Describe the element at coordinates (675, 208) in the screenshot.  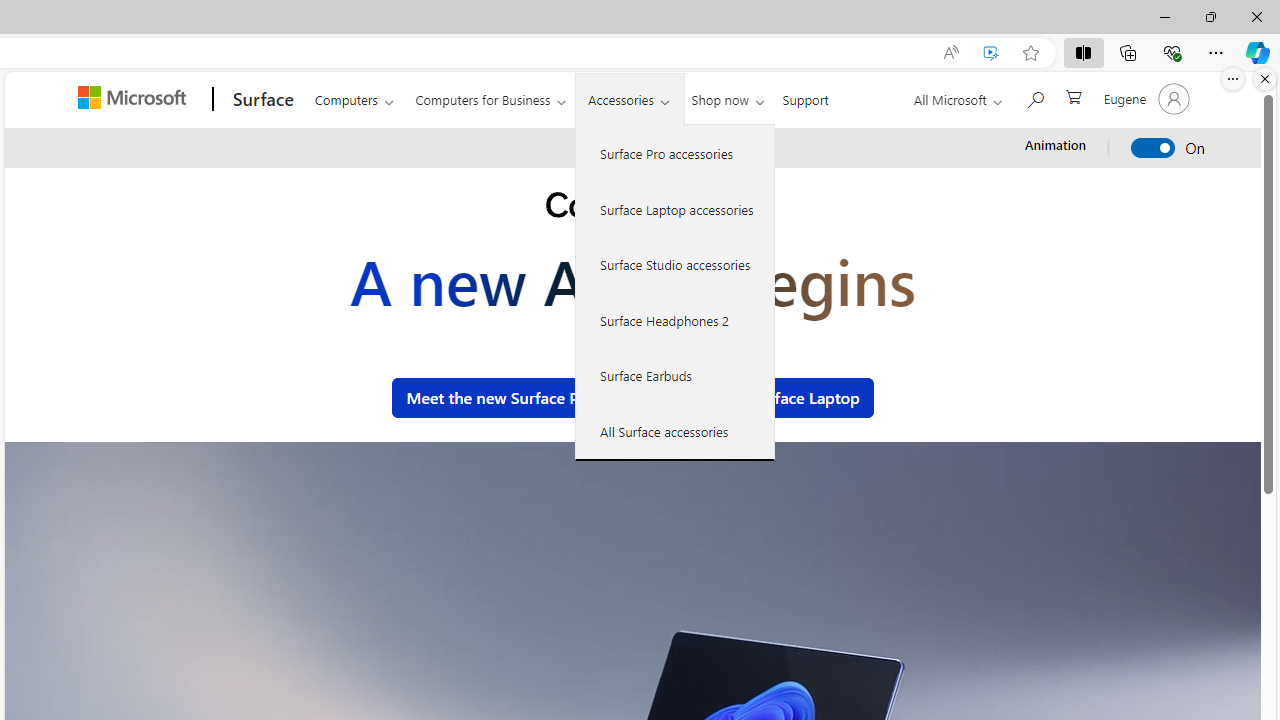
I see `'Surface Laptop accessories'` at that location.